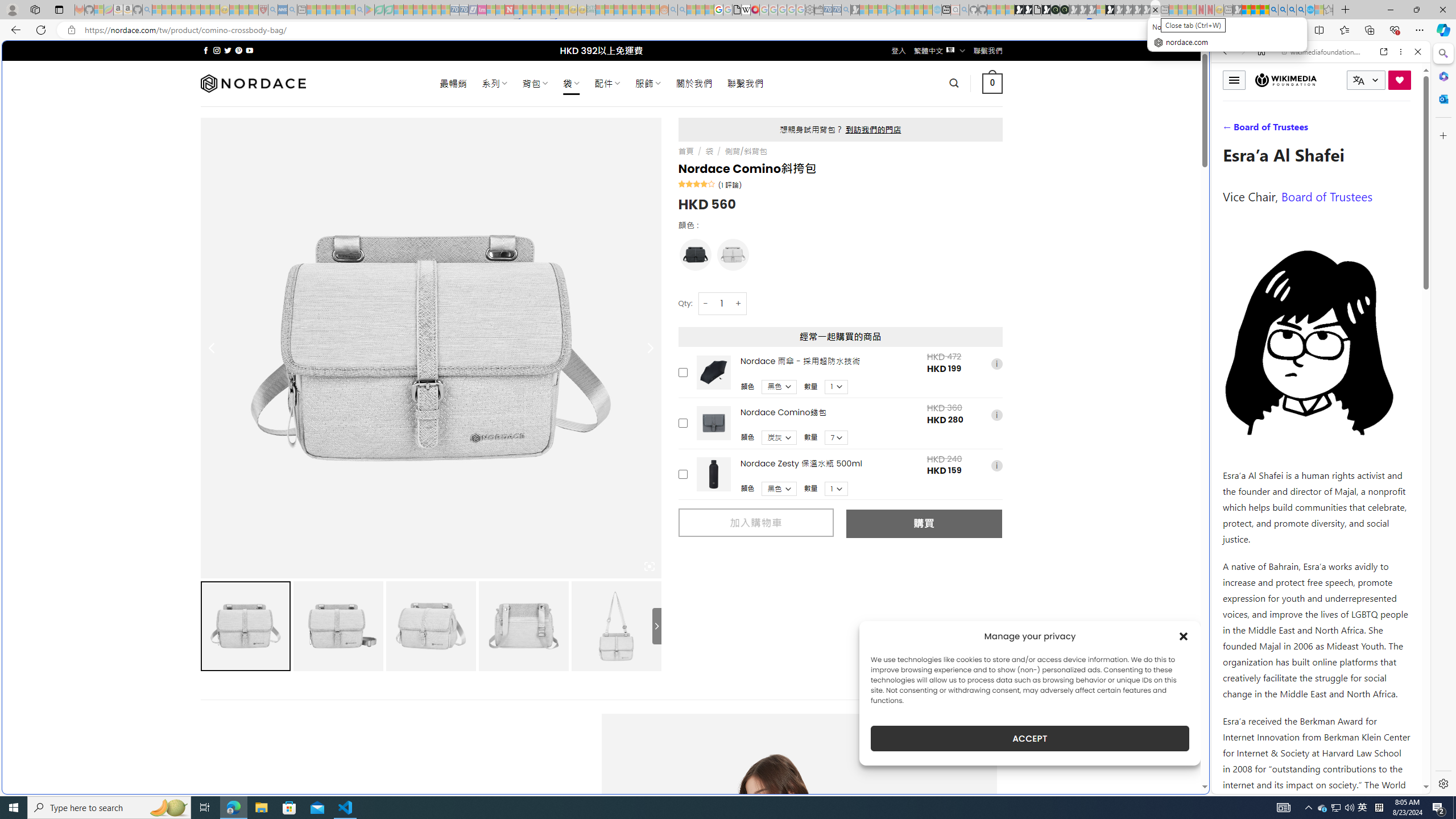 This screenshot has height=819, width=1456. I want to click on 'github - Search - Sleeping', so click(964, 9).